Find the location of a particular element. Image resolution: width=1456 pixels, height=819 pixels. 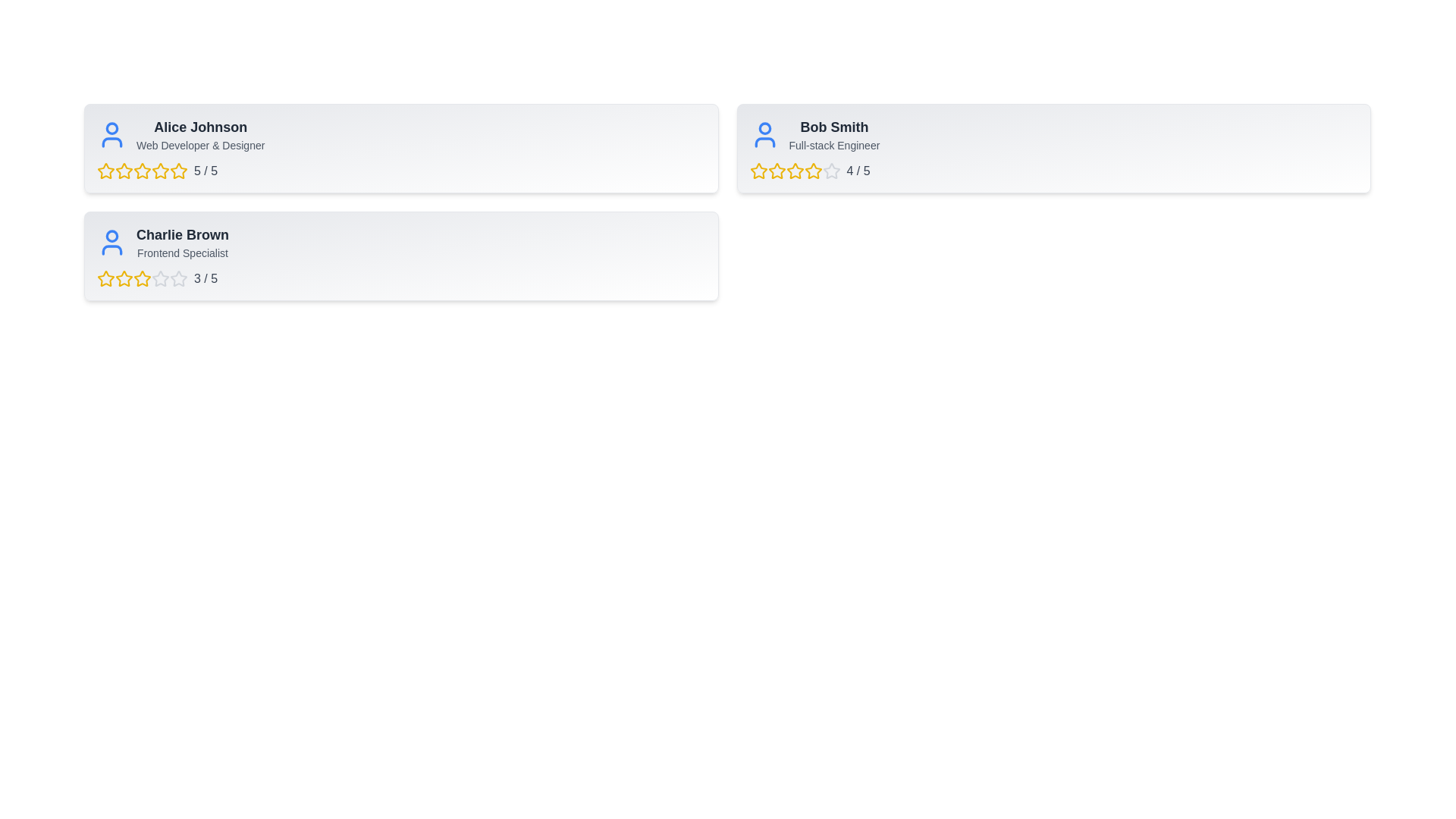

the 4 star for the user Bob Smith to set their rating is located at coordinates (812, 171).